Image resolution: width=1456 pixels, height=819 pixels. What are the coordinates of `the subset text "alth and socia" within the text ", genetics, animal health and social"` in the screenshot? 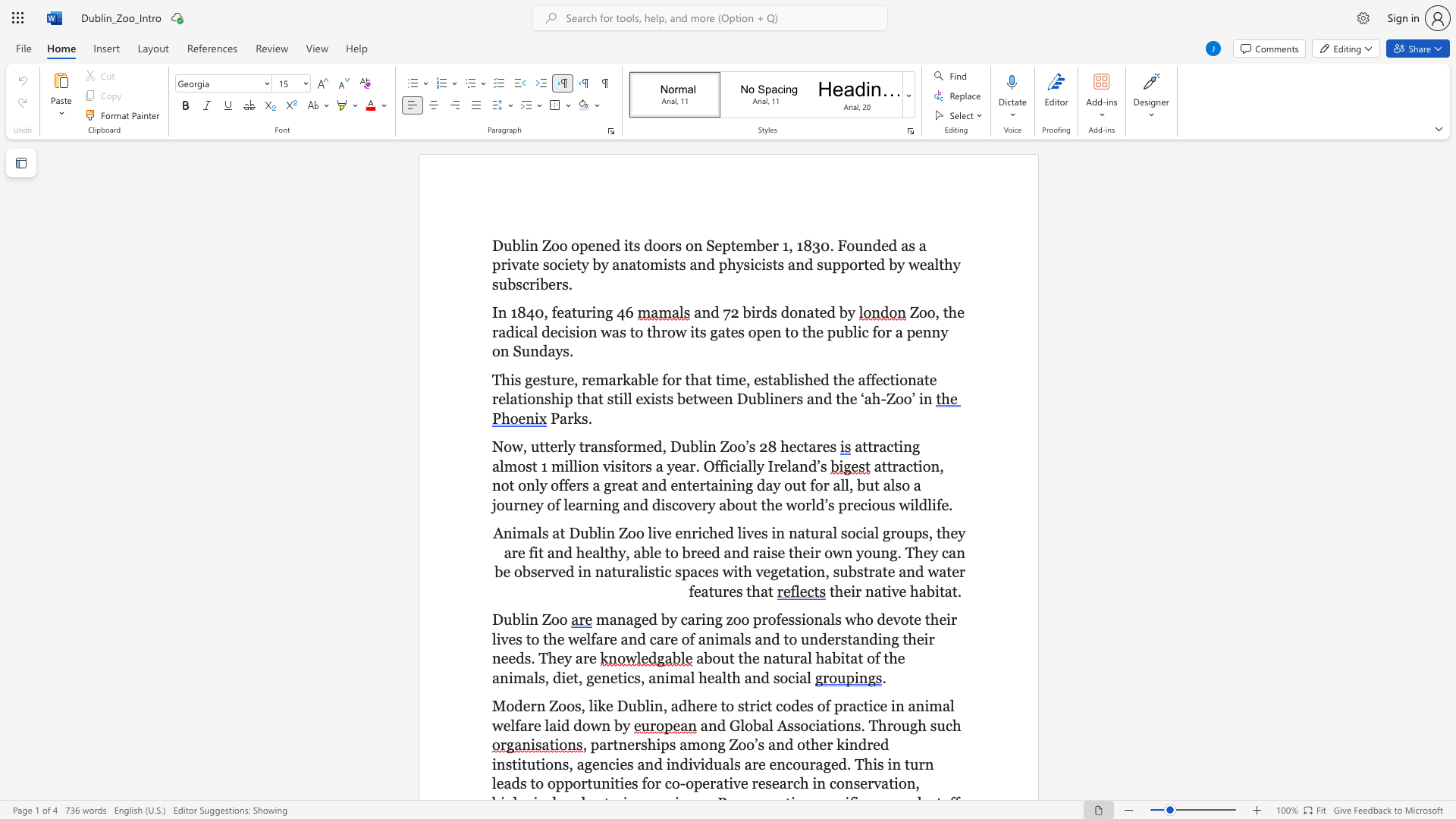 It's located at (714, 676).